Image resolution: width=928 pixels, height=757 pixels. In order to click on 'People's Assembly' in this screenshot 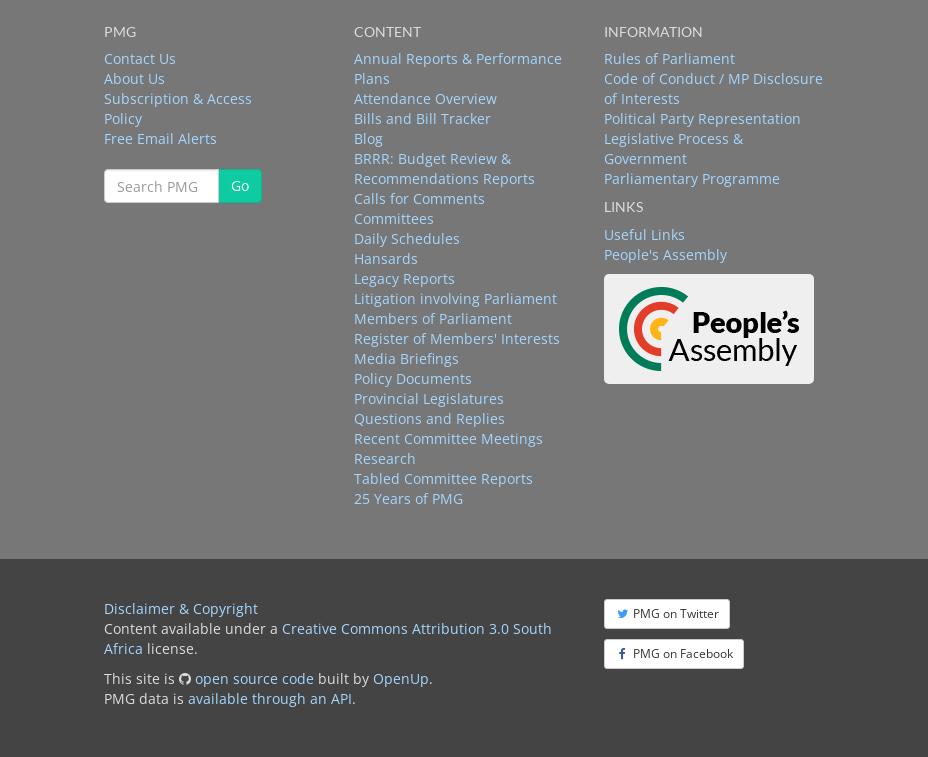, I will do `click(664, 252)`.